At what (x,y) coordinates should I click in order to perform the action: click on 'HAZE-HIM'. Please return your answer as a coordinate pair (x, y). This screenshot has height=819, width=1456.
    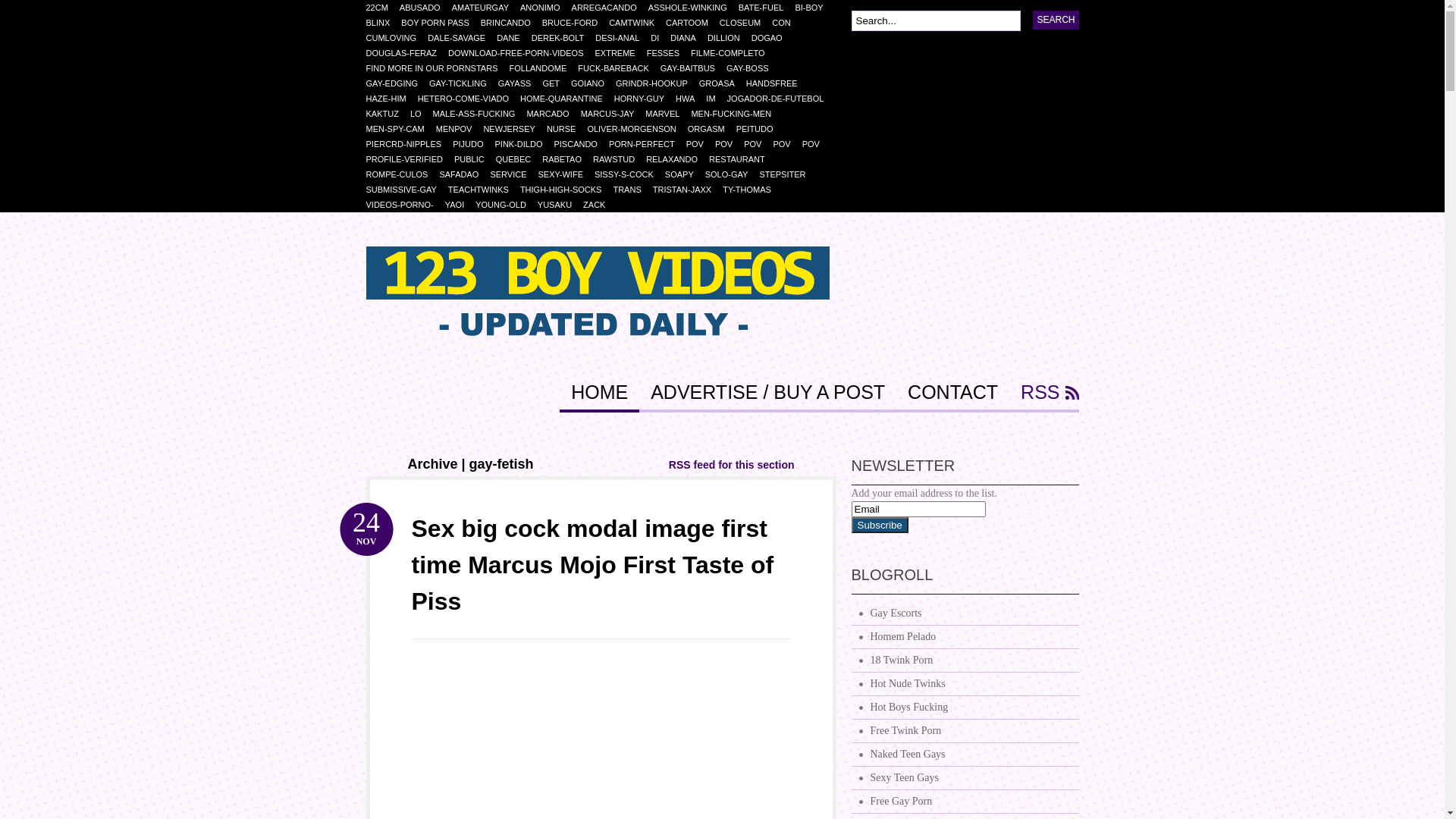
    Looking at the image, I should click on (391, 99).